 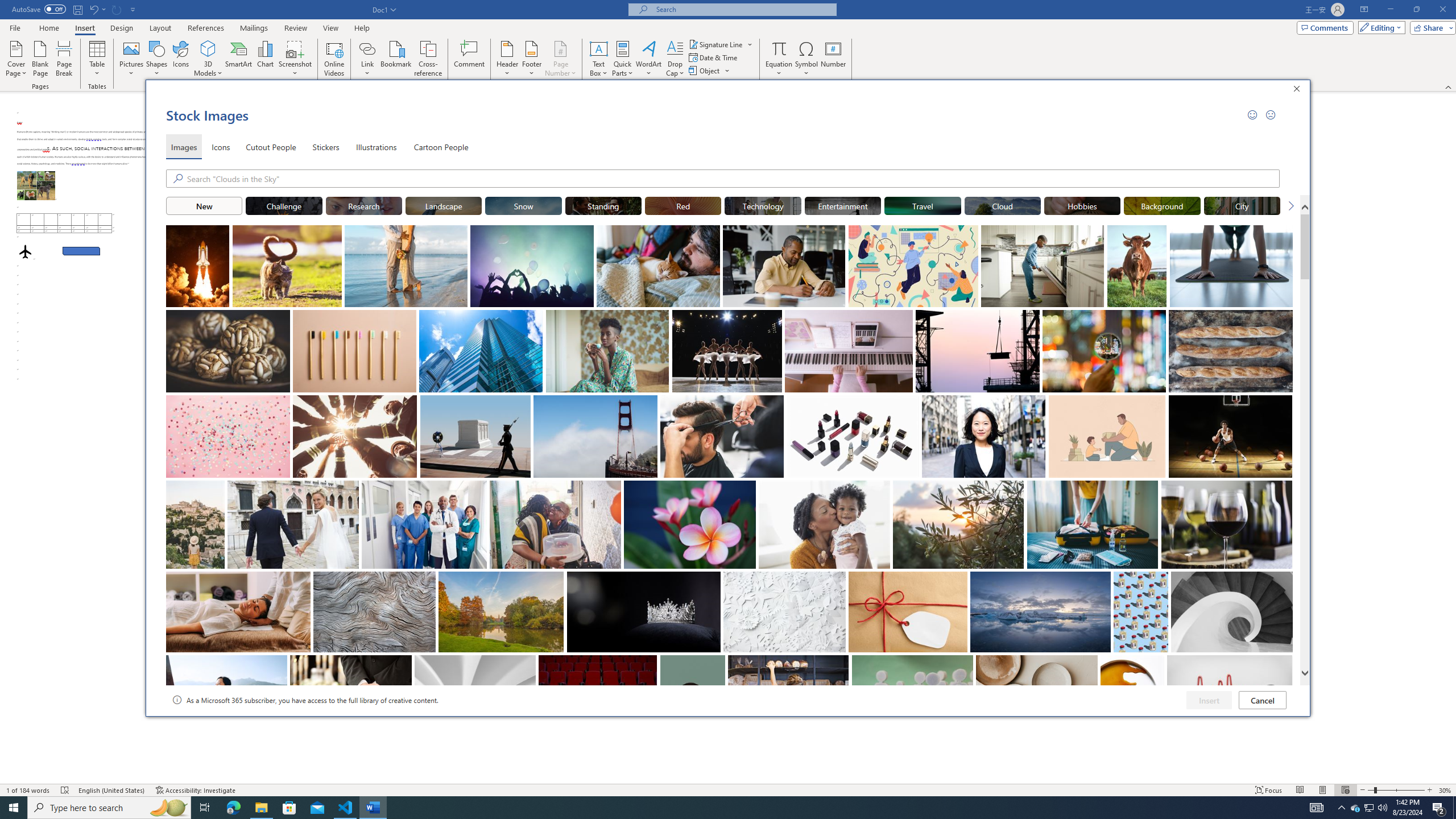 I want to click on 'AutomationID: 4105', so click(x=1355, y=806).